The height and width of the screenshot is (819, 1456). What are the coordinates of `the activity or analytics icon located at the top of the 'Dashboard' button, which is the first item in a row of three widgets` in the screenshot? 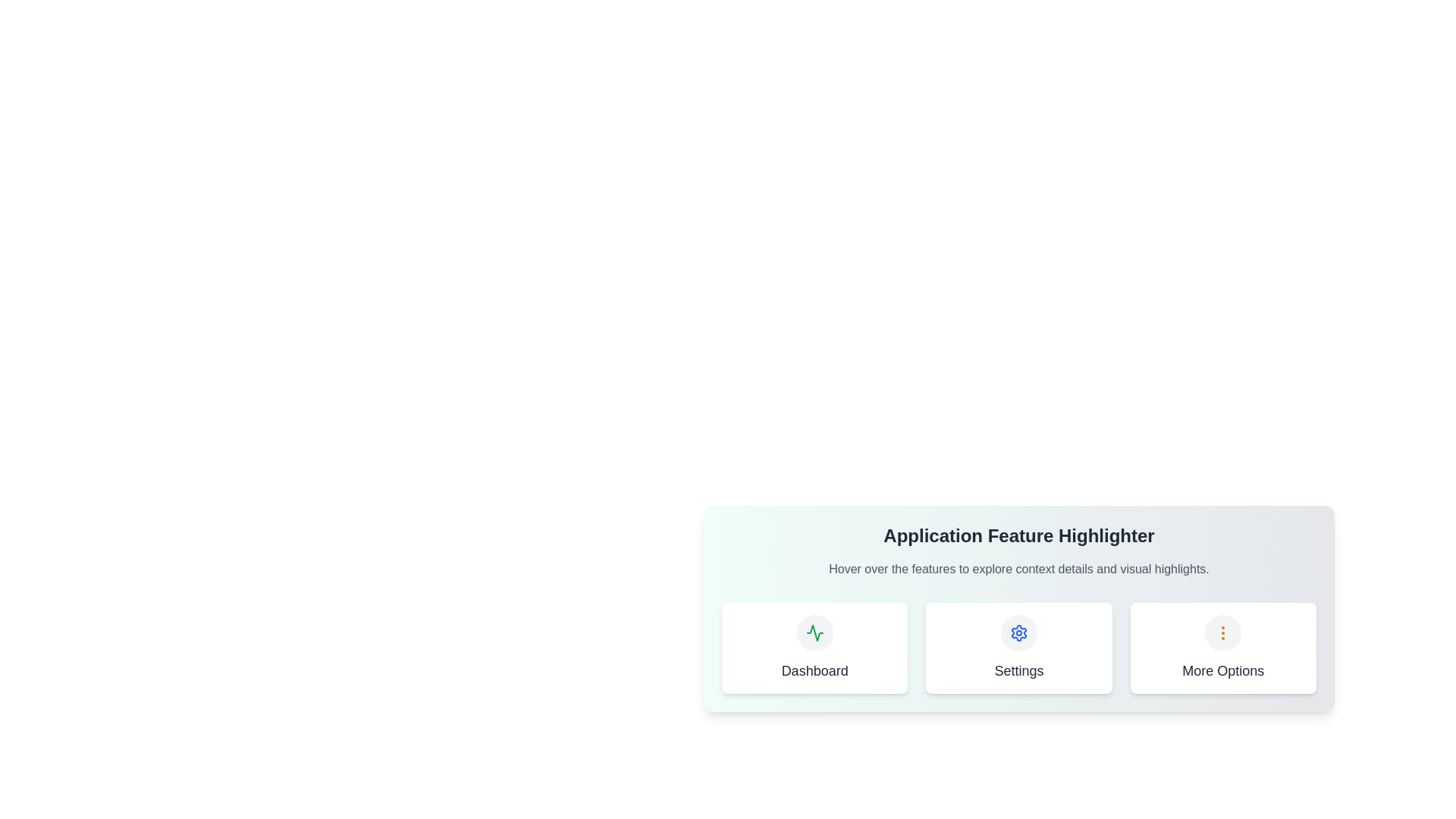 It's located at (814, 632).